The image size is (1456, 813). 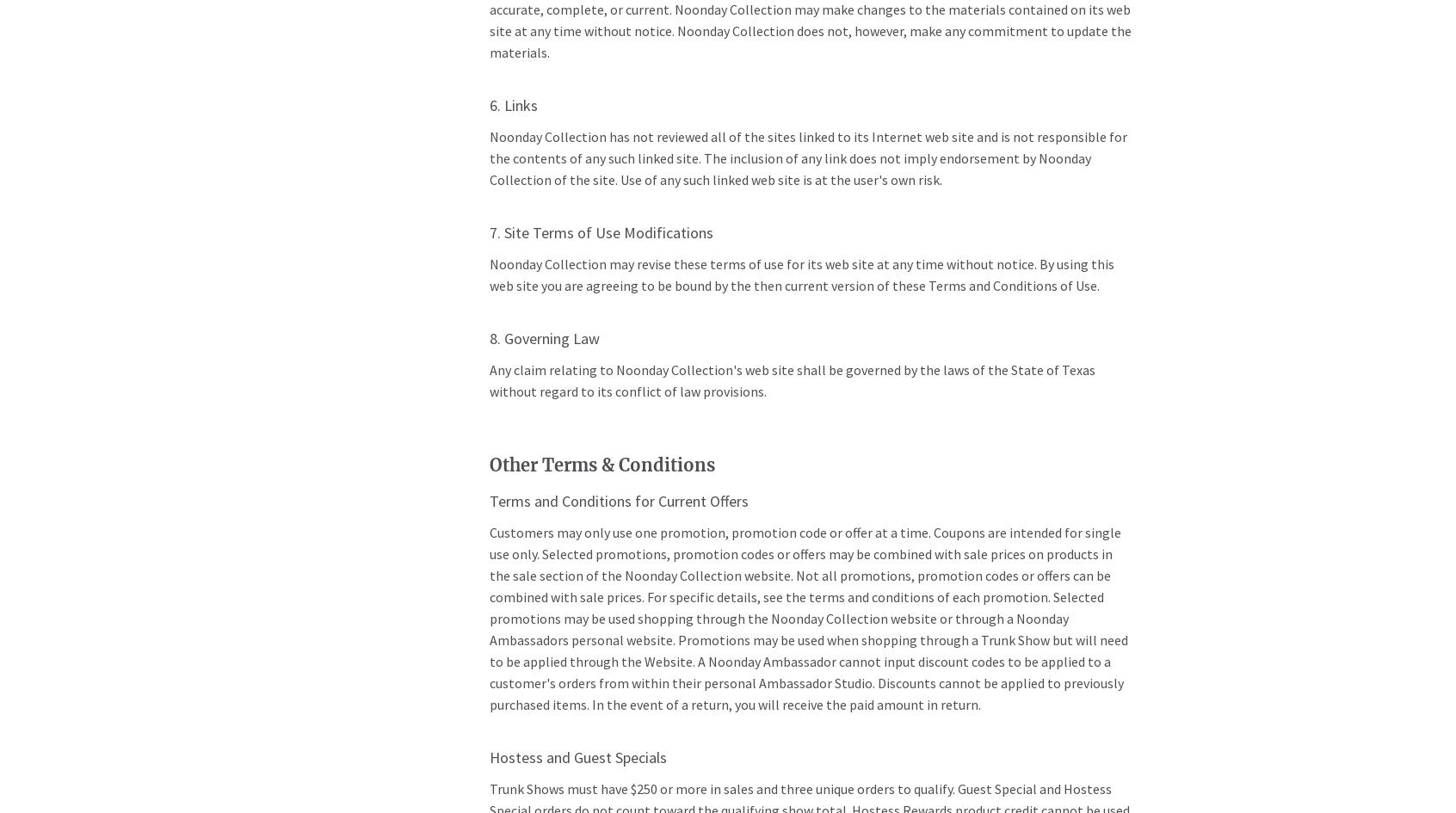 What do you see at coordinates (511, 104) in the screenshot?
I see `'6. Links'` at bounding box center [511, 104].